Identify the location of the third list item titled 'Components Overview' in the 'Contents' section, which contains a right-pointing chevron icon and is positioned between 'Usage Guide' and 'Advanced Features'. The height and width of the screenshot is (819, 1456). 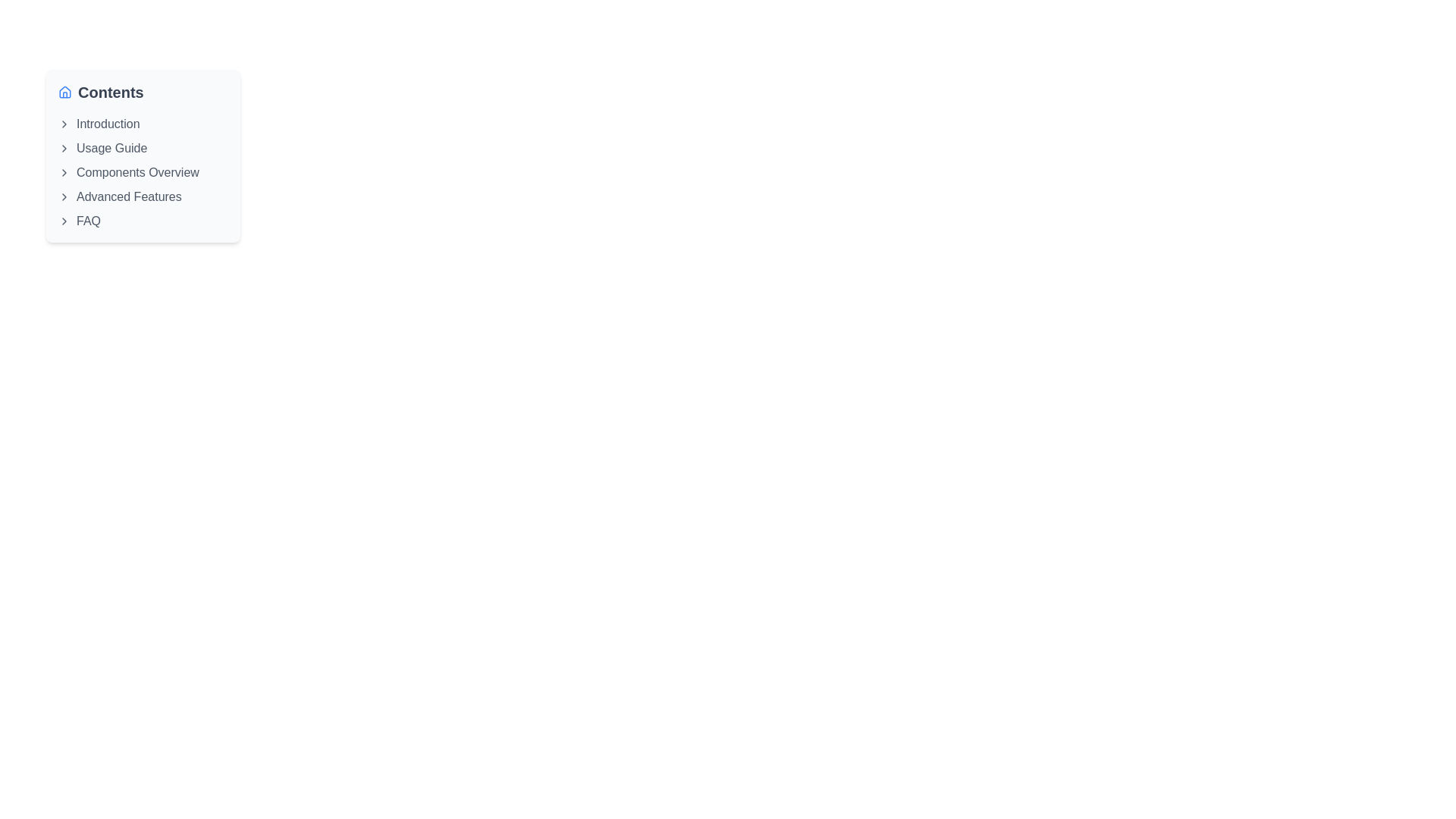
(143, 171).